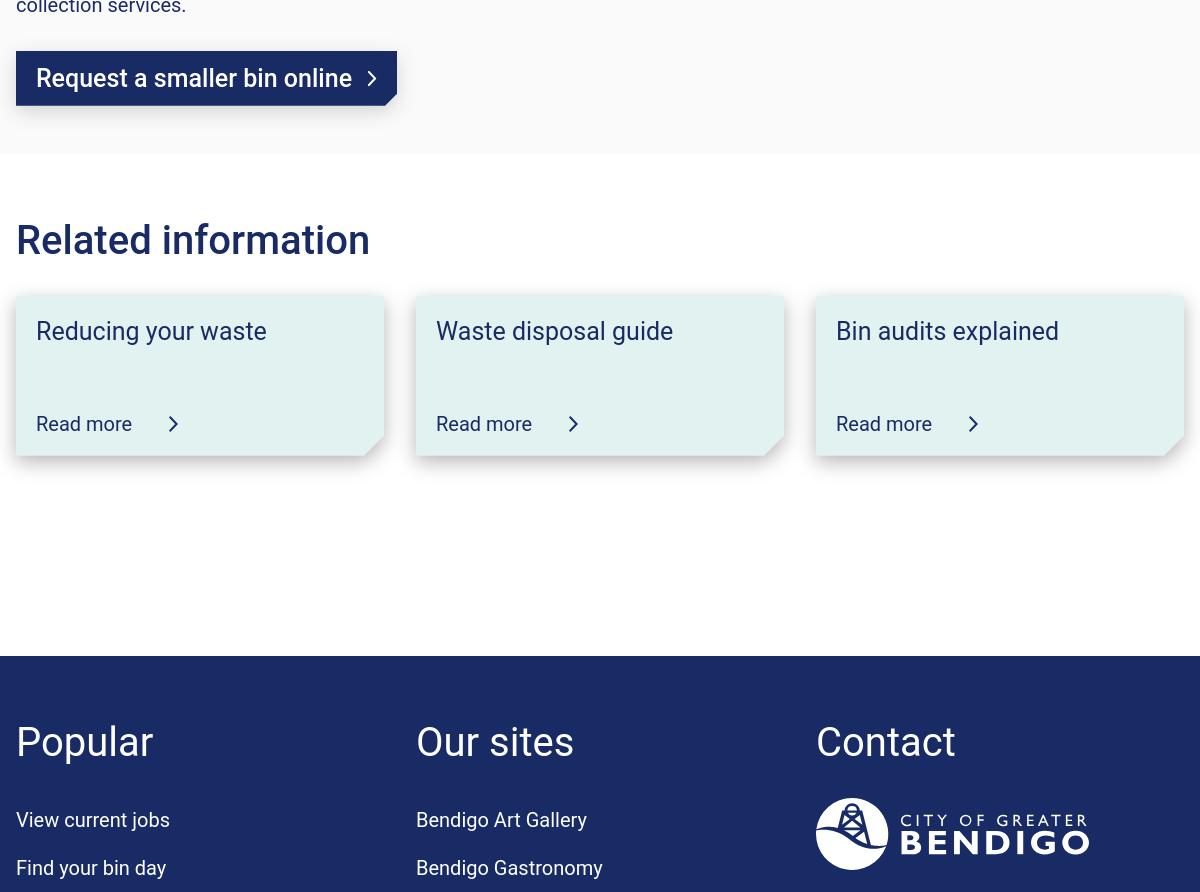 Image resolution: width=1200 pixels, height=892 pixels. What do you see at coordinates (84, 741) in the screenshot?
I see `'Popular'` at bounding box center [84, 741].